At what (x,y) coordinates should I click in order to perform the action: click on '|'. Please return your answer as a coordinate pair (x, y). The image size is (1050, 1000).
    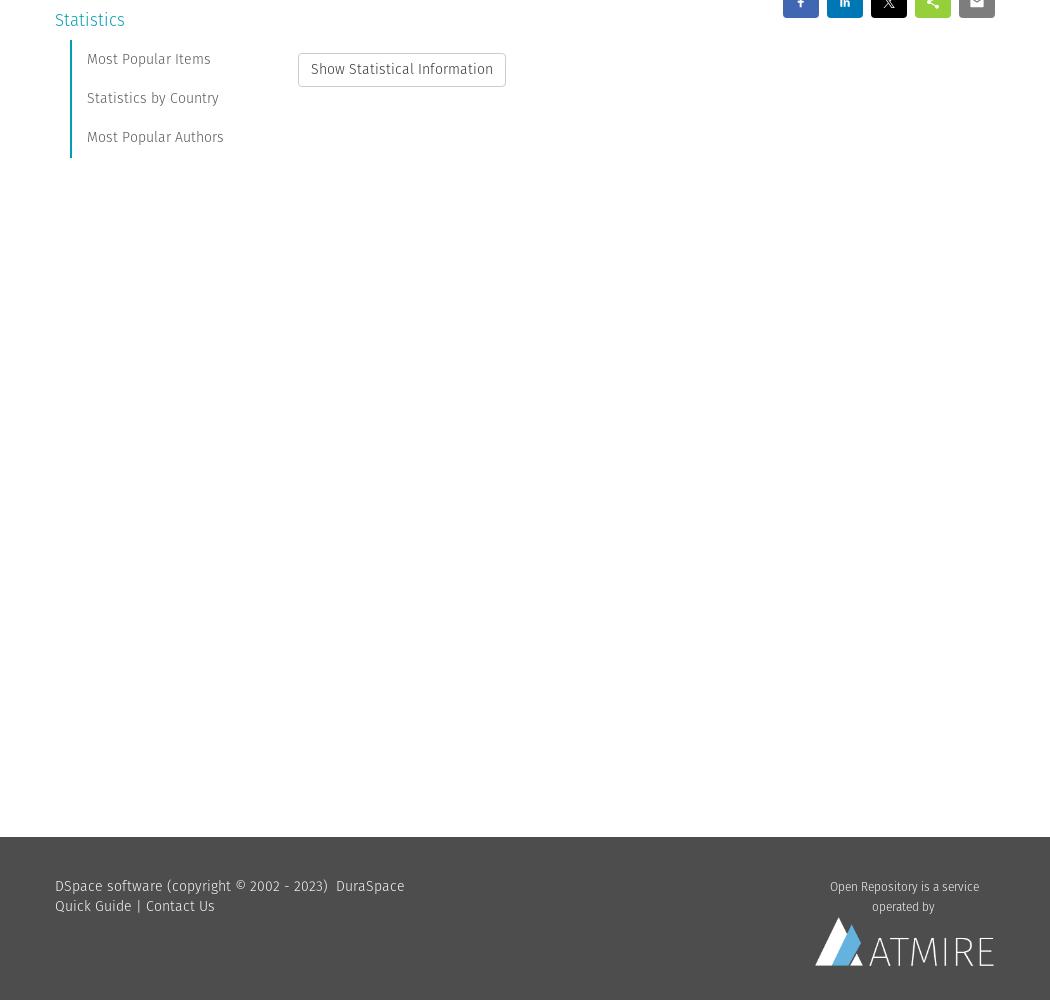
    Looking at the image, I should click on (130, 905).